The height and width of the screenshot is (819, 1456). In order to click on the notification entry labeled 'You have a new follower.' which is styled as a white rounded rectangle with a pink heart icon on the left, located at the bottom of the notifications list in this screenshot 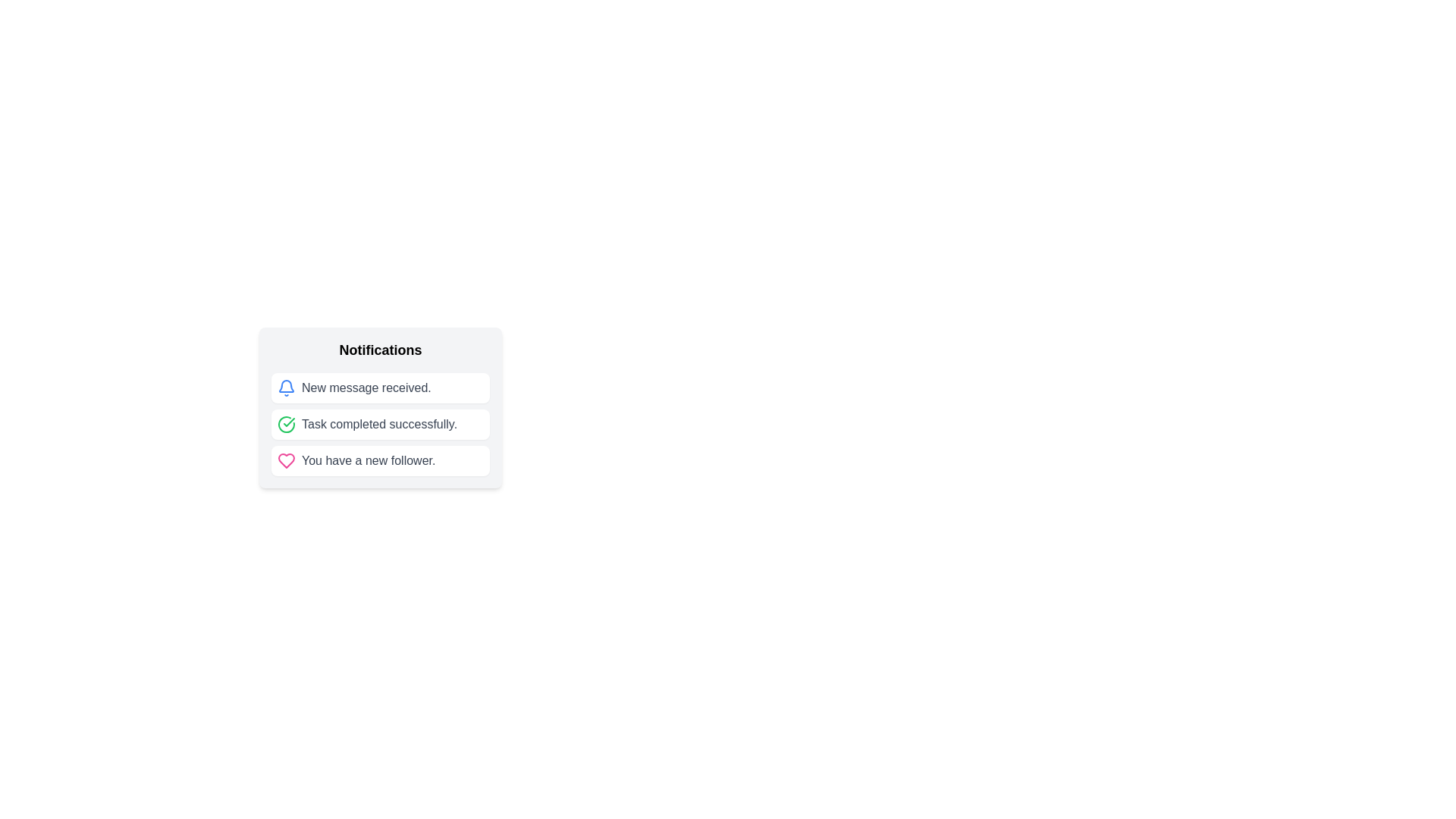, I will do `click(381, 460)`.